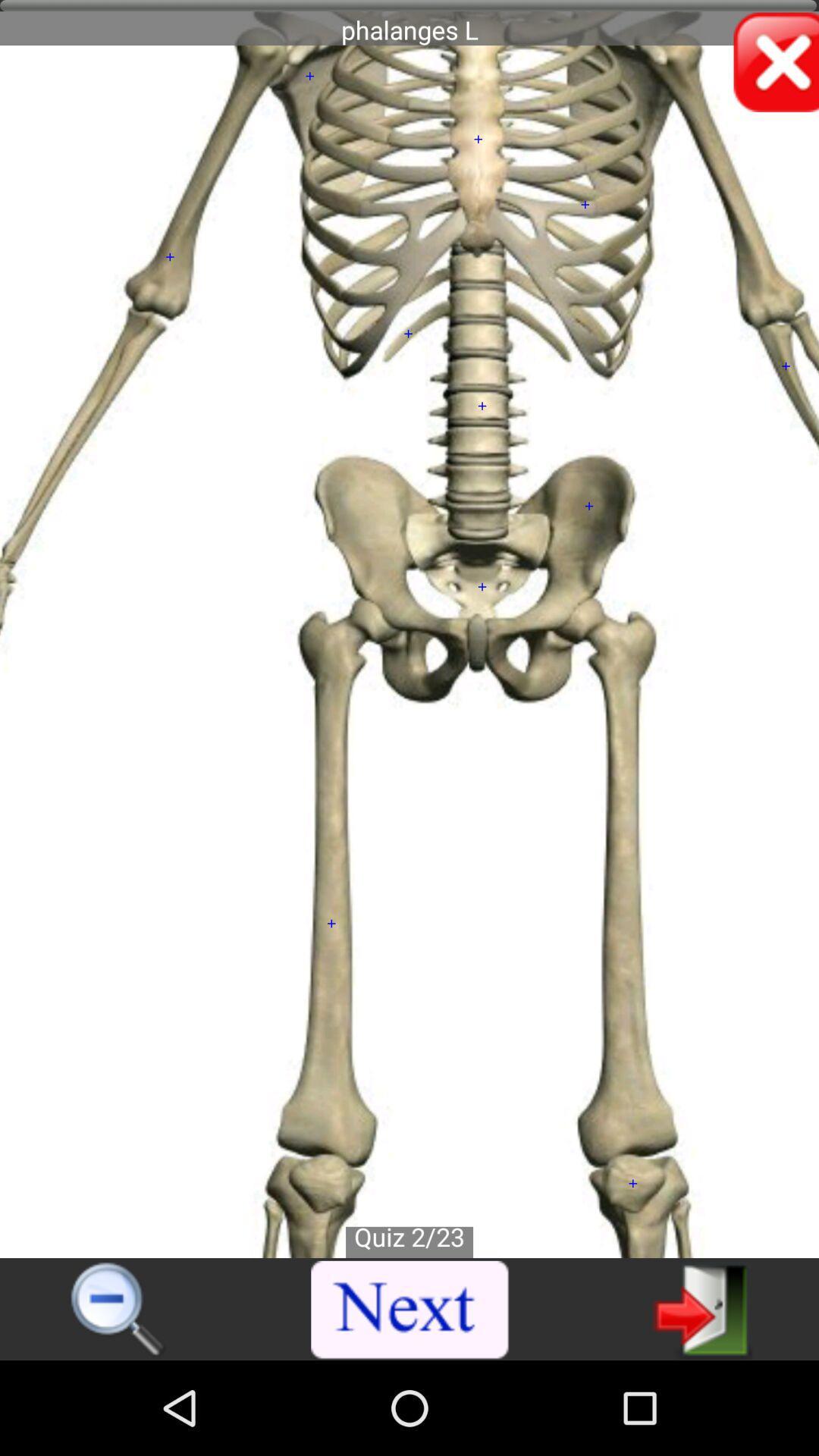 This screenshot has height=1456, width=819. I want to click on for next, so click(702, 1308).